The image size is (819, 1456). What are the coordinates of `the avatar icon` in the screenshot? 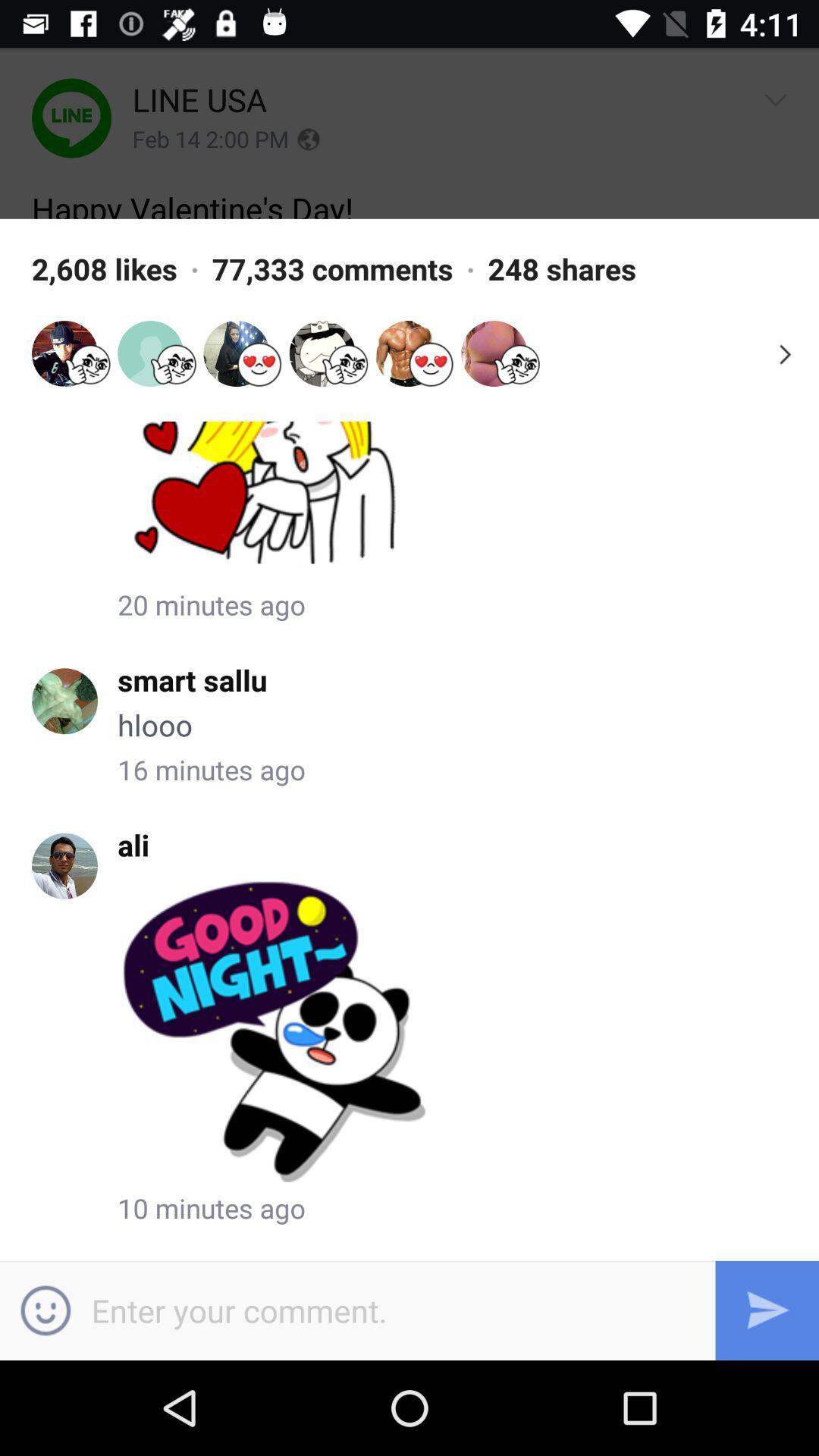 It's located at (71, 353).